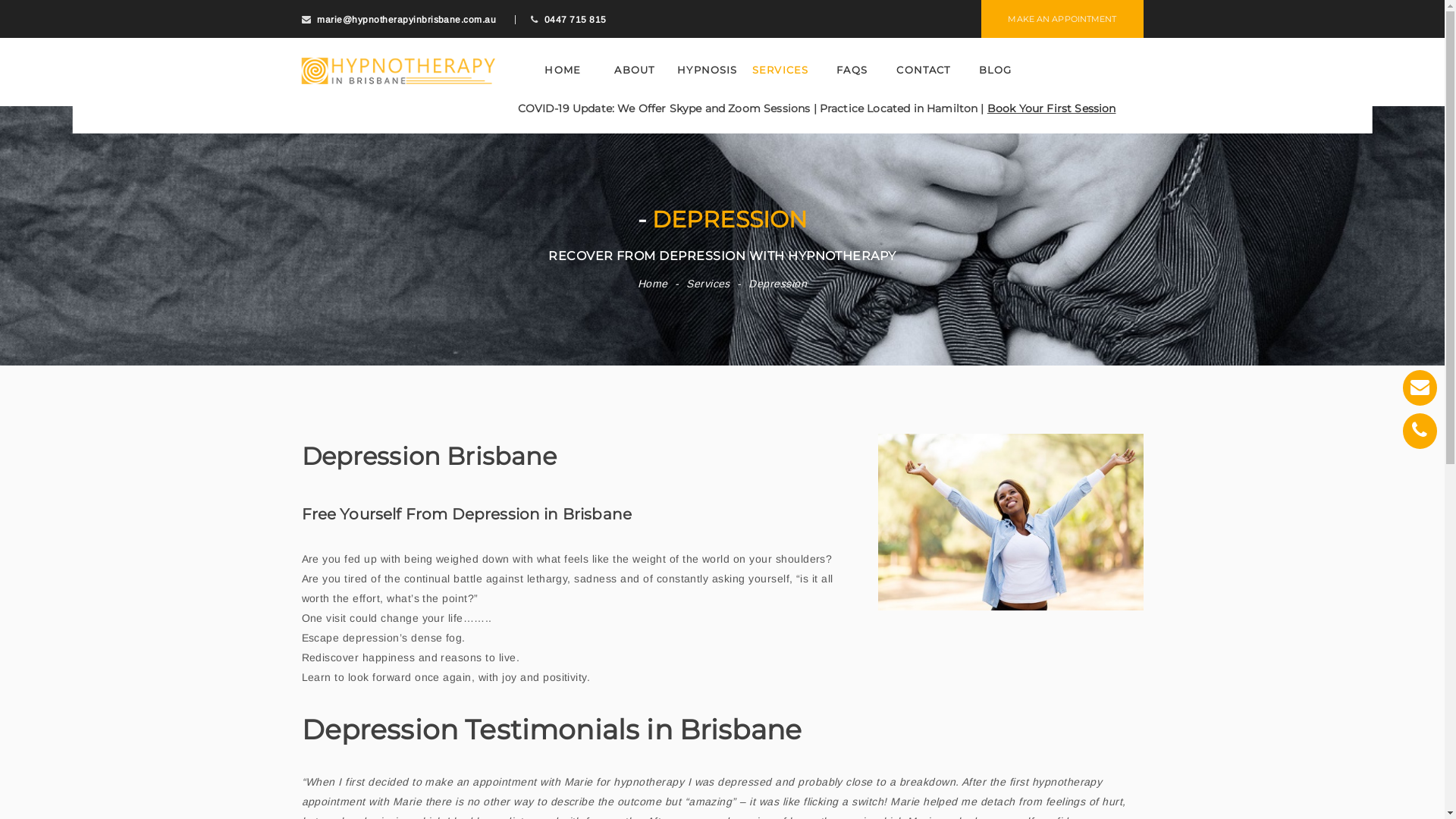 The width and height of the screenshot is (1456, 819). I want to click on 'FAQS', so click(852, 70).